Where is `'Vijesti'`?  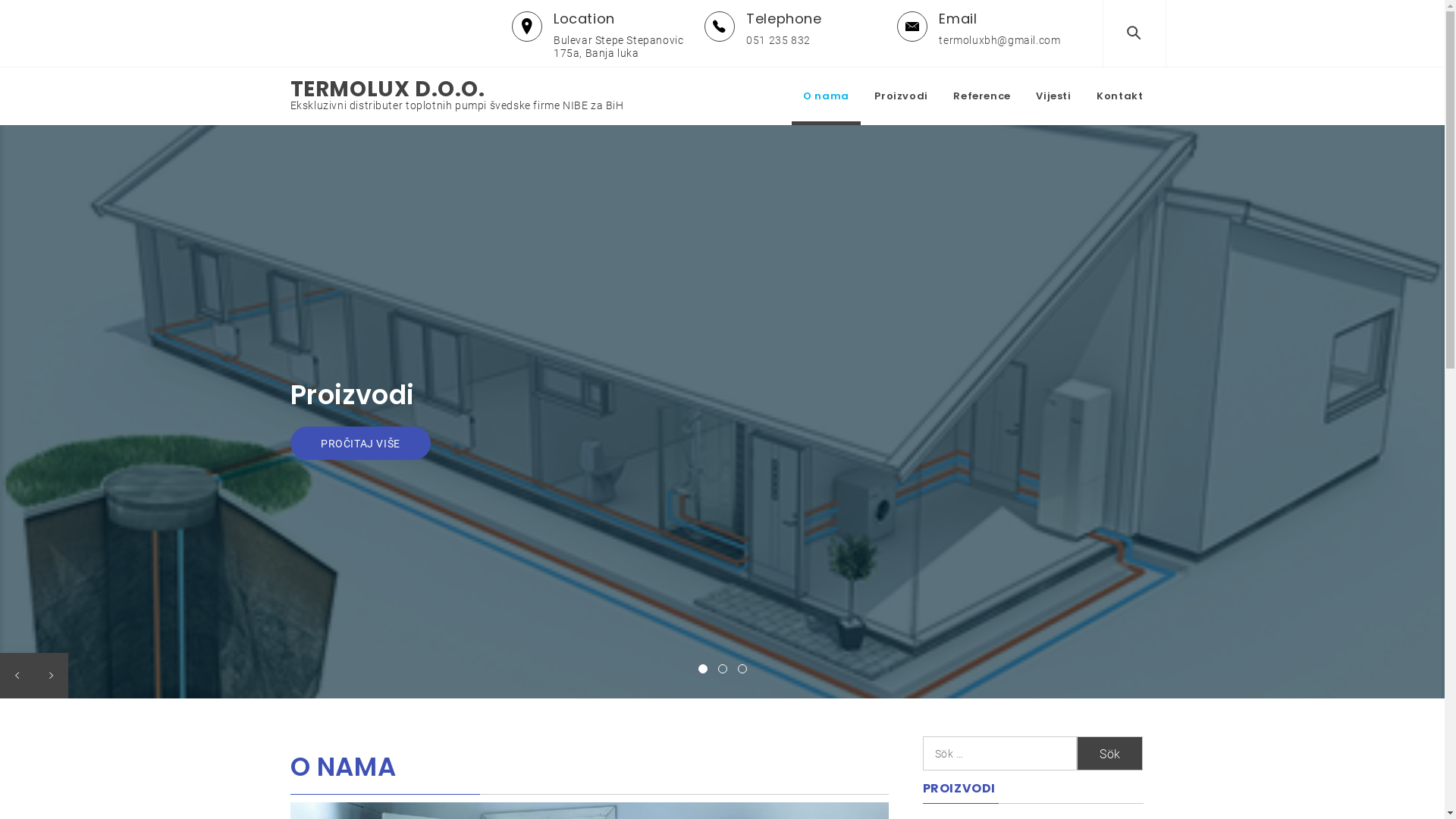 'Vijesti' is located at coordinates (1052, 96).